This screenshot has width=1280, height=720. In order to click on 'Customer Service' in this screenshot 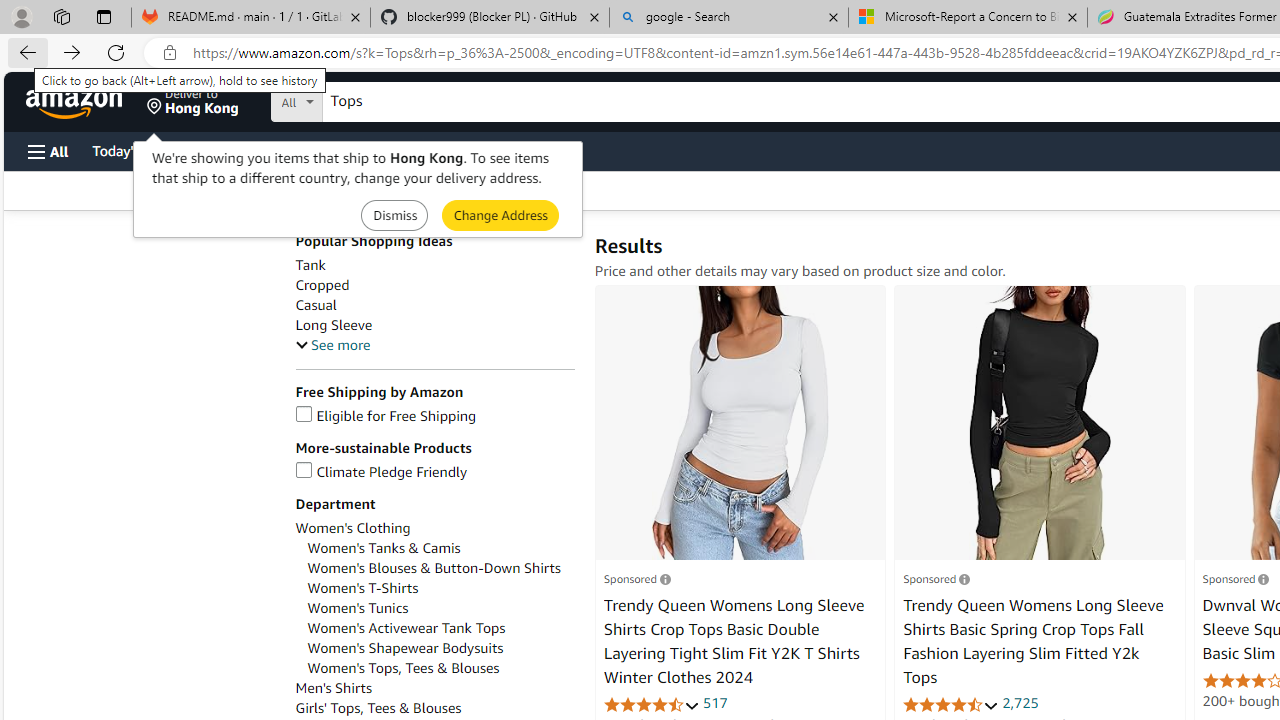, I will do `click(255, 149)`.